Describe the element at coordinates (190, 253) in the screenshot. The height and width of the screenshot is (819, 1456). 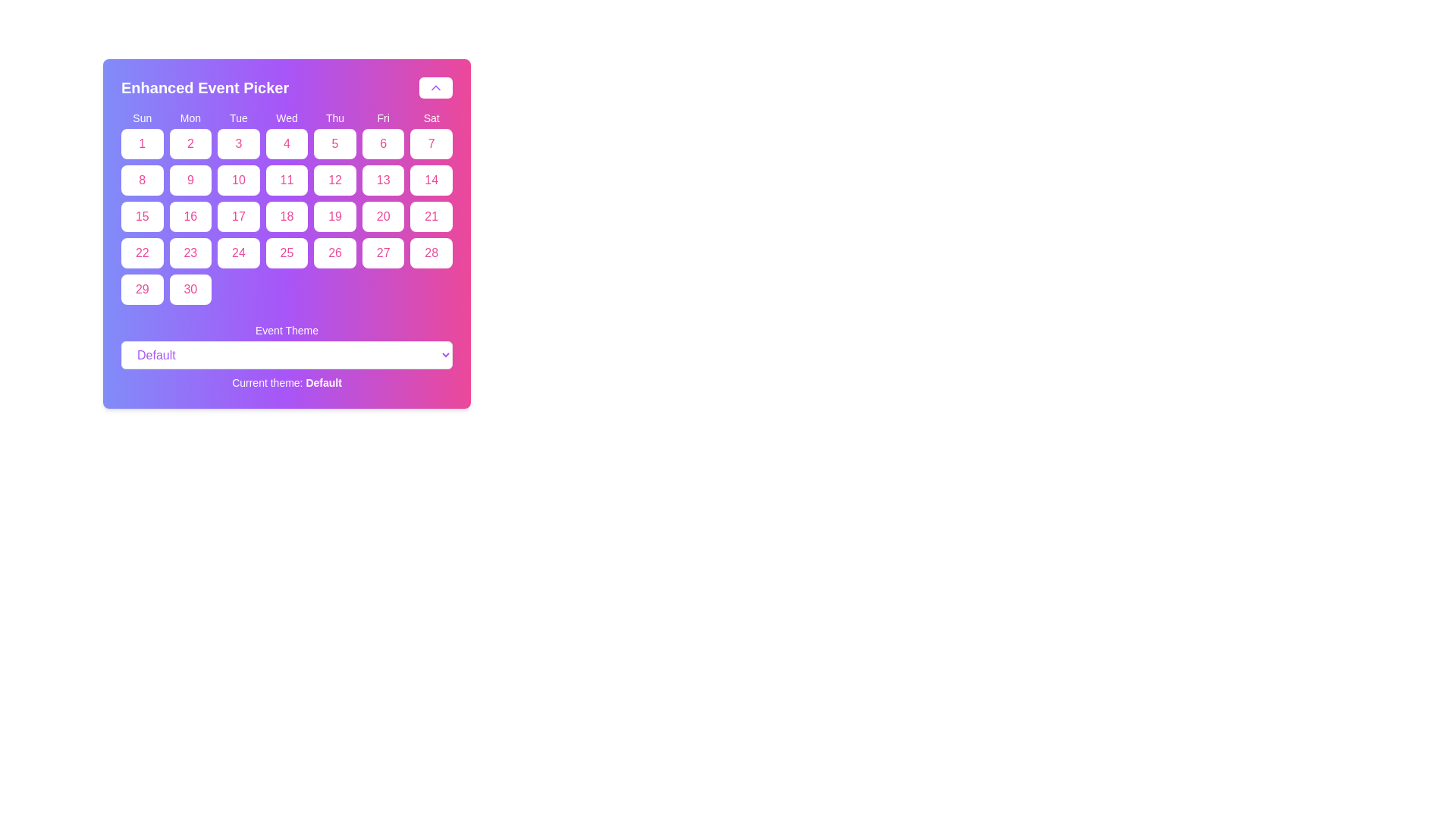
I see `the button labeled '23' which is a rounded rectangle with a white background and pink text, located in the fourth row and second column of the grid layout in the lower half of the calendar component` at that location.